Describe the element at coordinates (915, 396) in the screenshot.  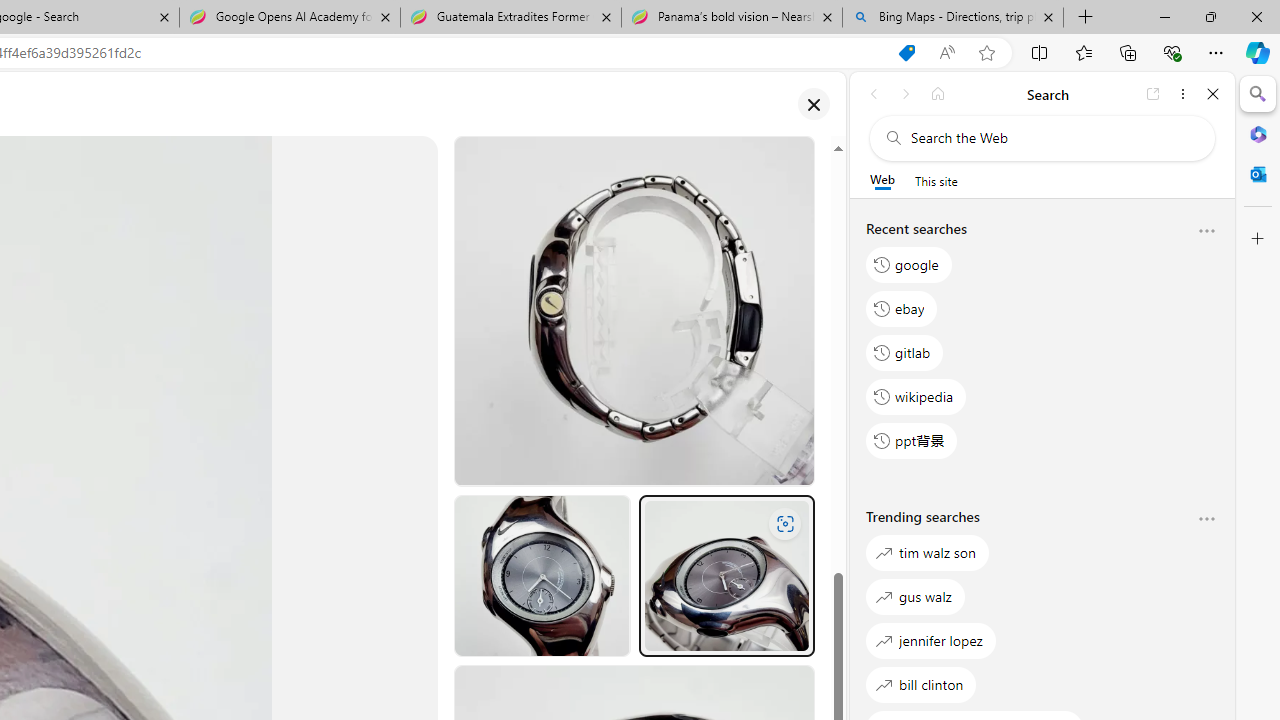
I see `'wikipedia'` at that location.